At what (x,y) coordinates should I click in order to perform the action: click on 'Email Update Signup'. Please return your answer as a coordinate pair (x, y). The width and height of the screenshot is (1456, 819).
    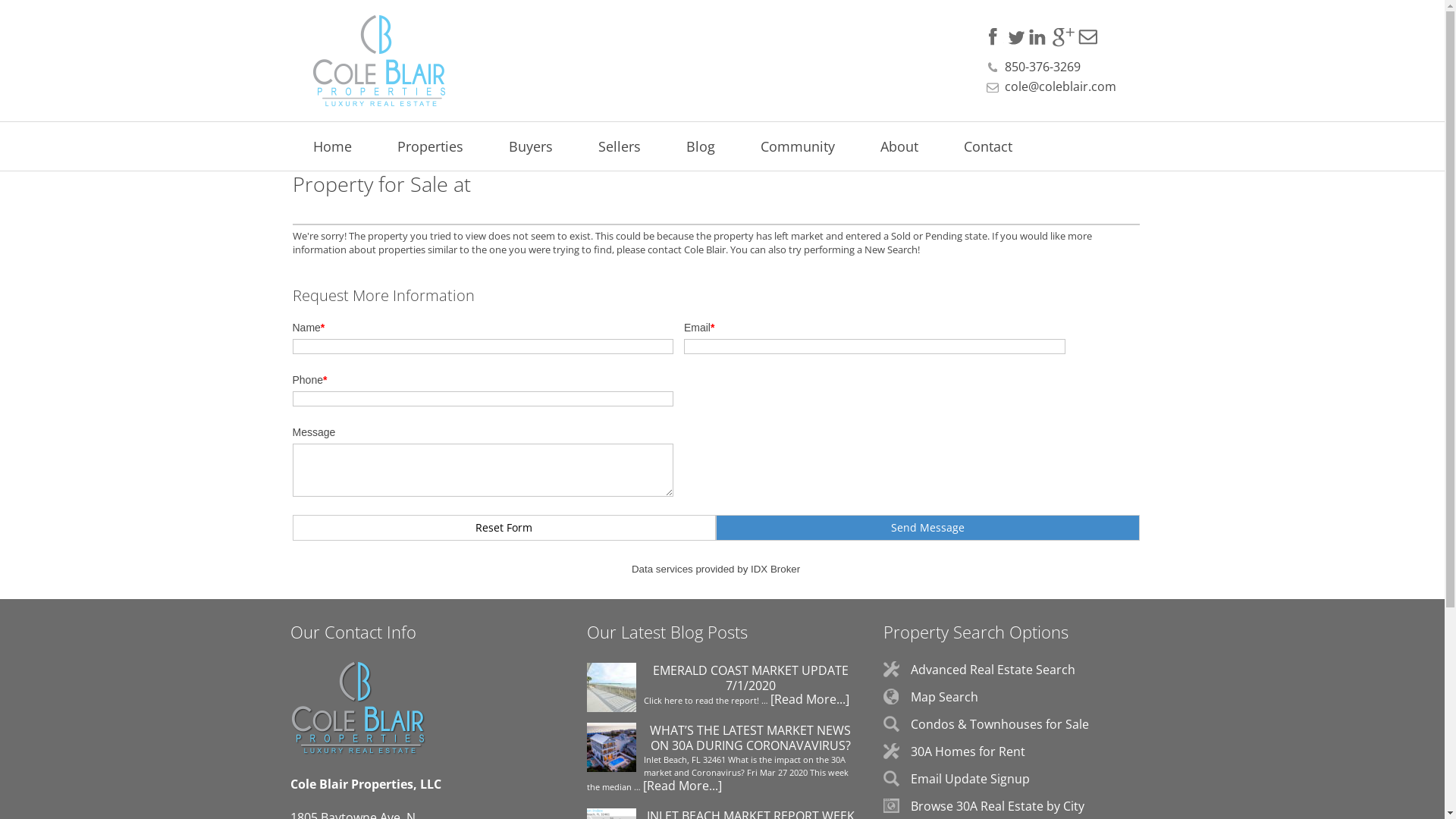
    Looking at the image, I should click on (969, 778).